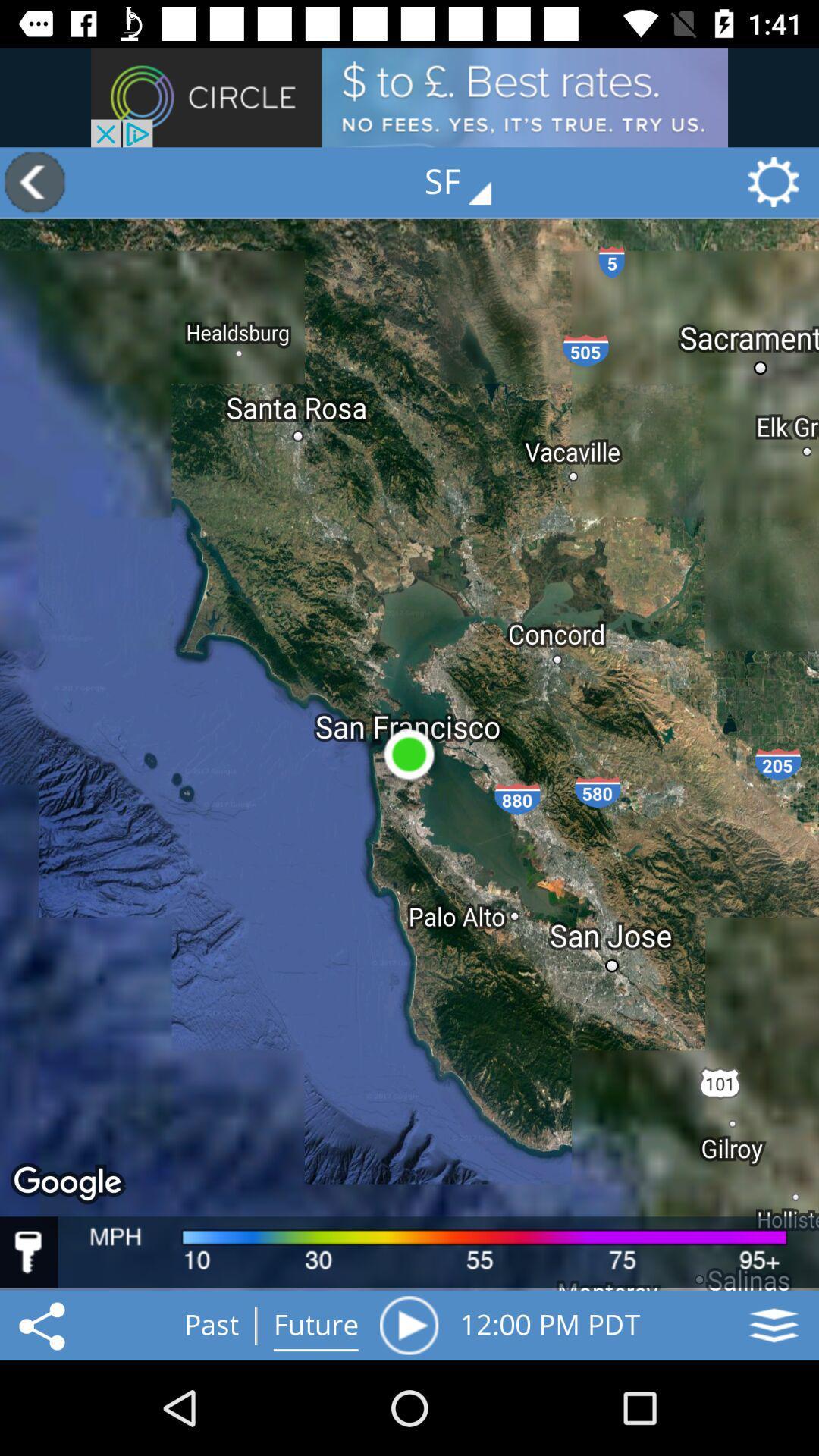  What do you see at coordinates (773, 1324) in the screenshot?
I see `the layers icon` at bounding box center [773, 1324].